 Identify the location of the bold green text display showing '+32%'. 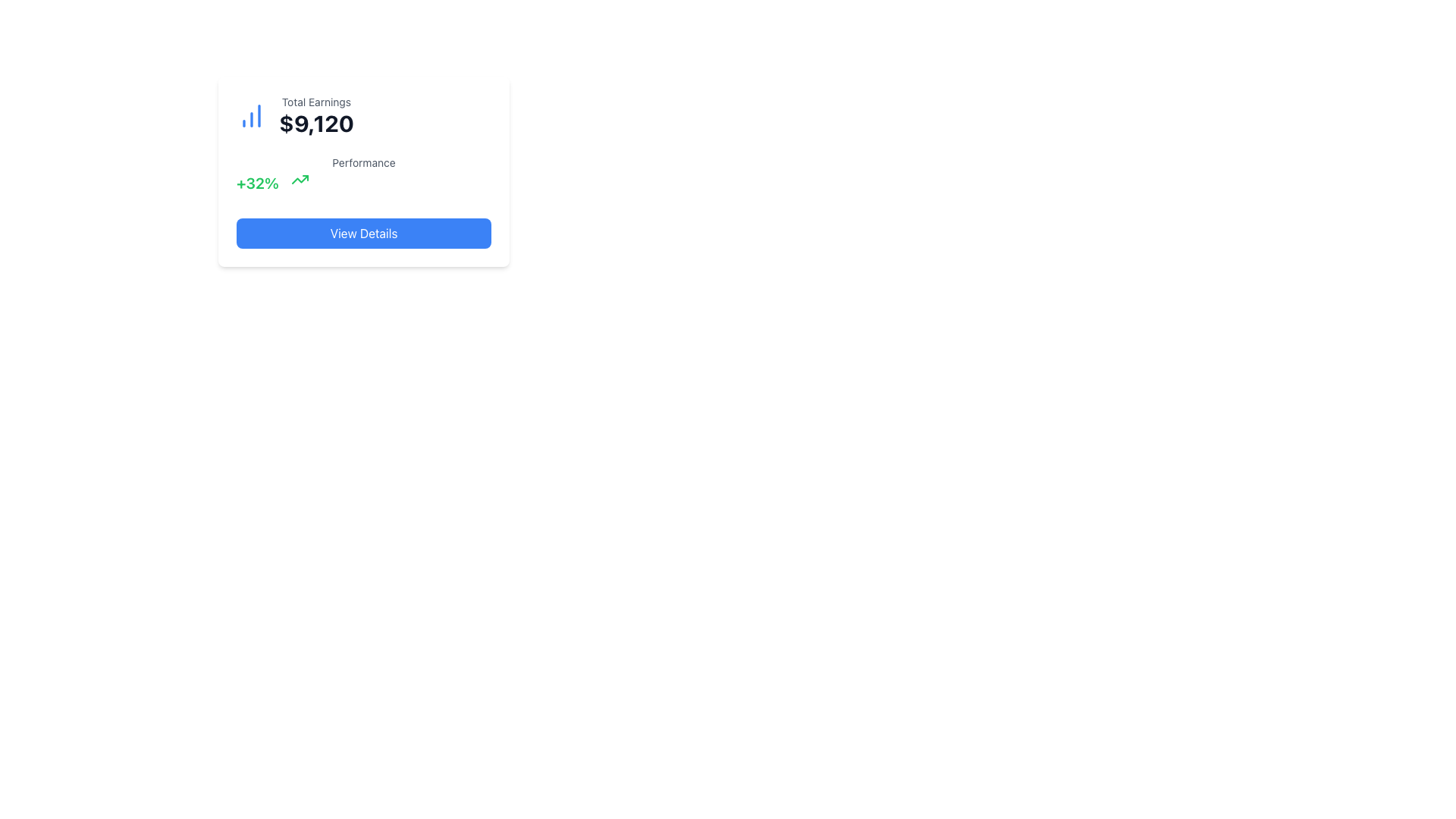
(258, 183).